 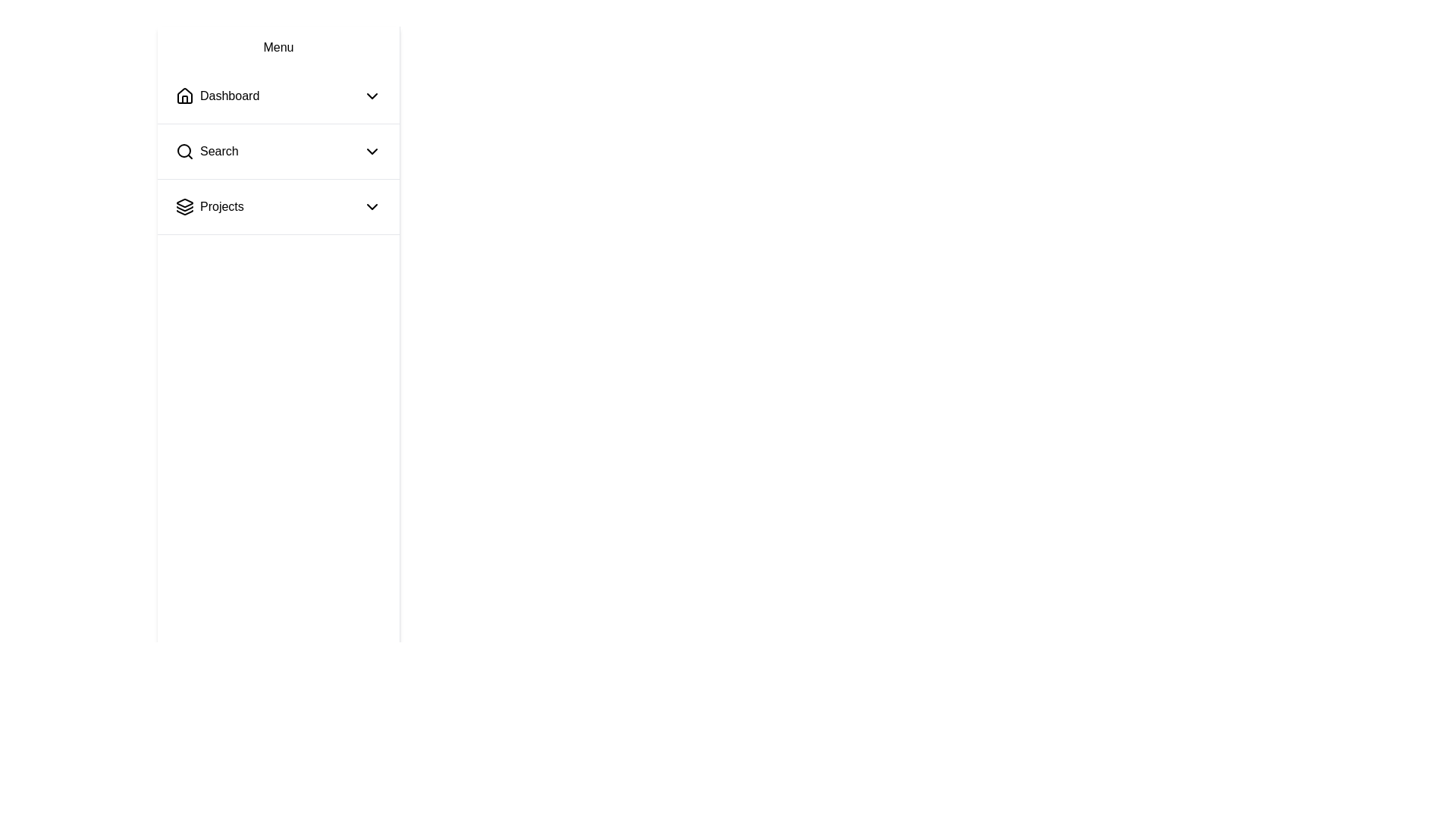 What do you see at coordinates (221, 207) in the screenshot?
I see `the 'Projects' navigation label in the vertical menu` at bounding box center [221, 207].